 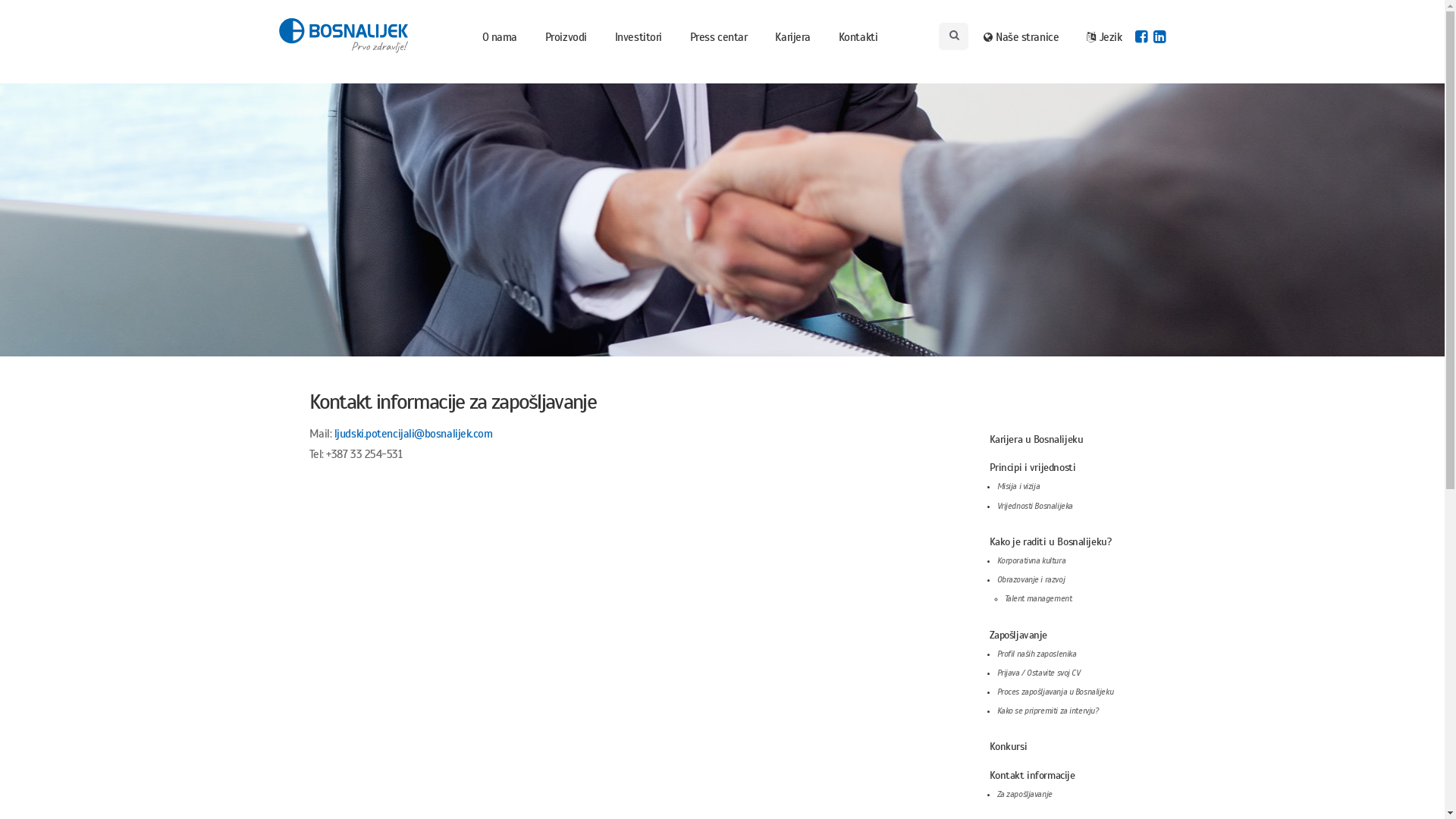 I want to click on 'Obrazovanje i razvoj', so click(x=996, y=579).